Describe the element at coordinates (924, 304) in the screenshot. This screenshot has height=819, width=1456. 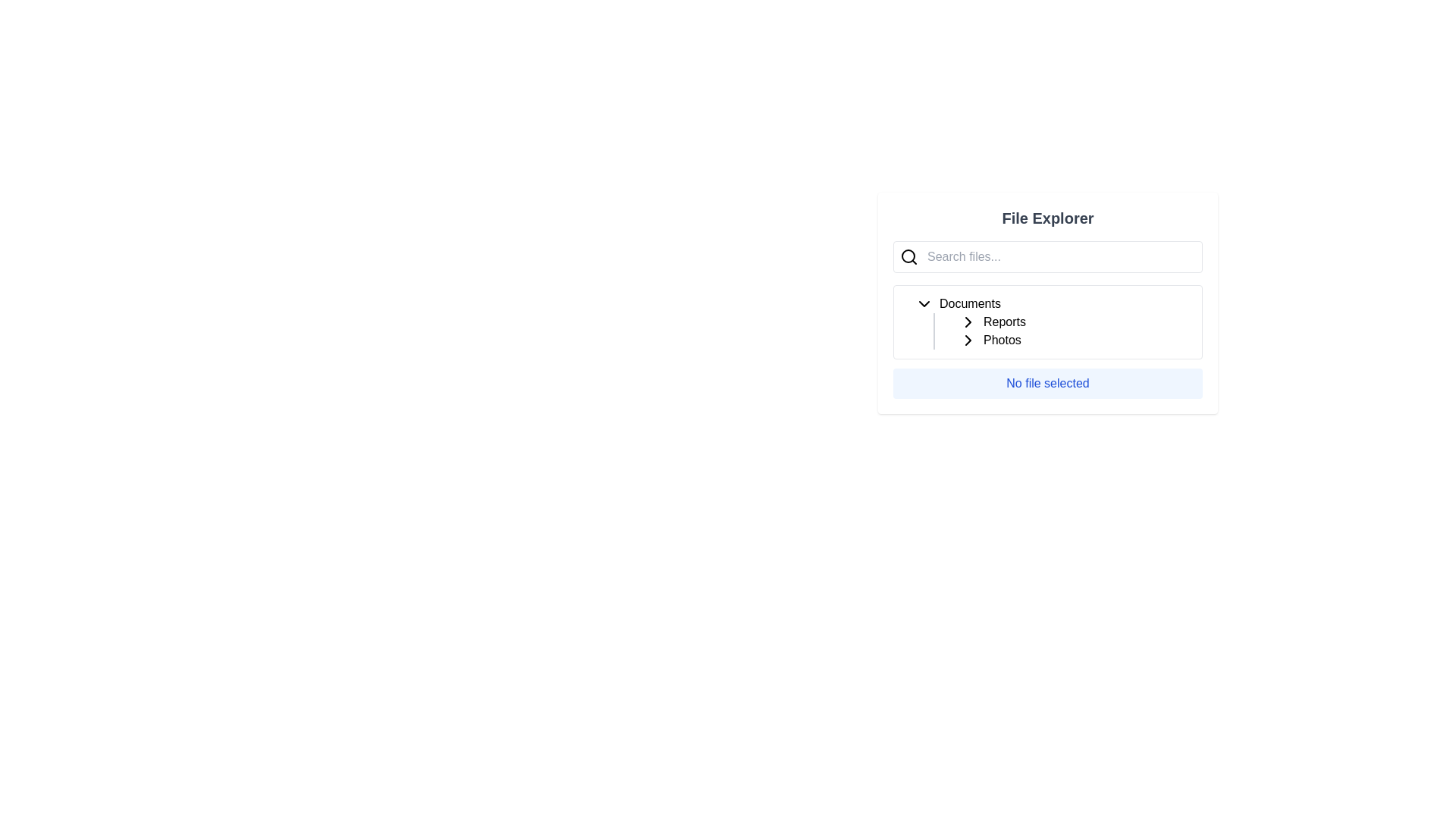
I see `the downward-facing chevron icon button located to the immediate left of the 'Documents' text label` at that location.